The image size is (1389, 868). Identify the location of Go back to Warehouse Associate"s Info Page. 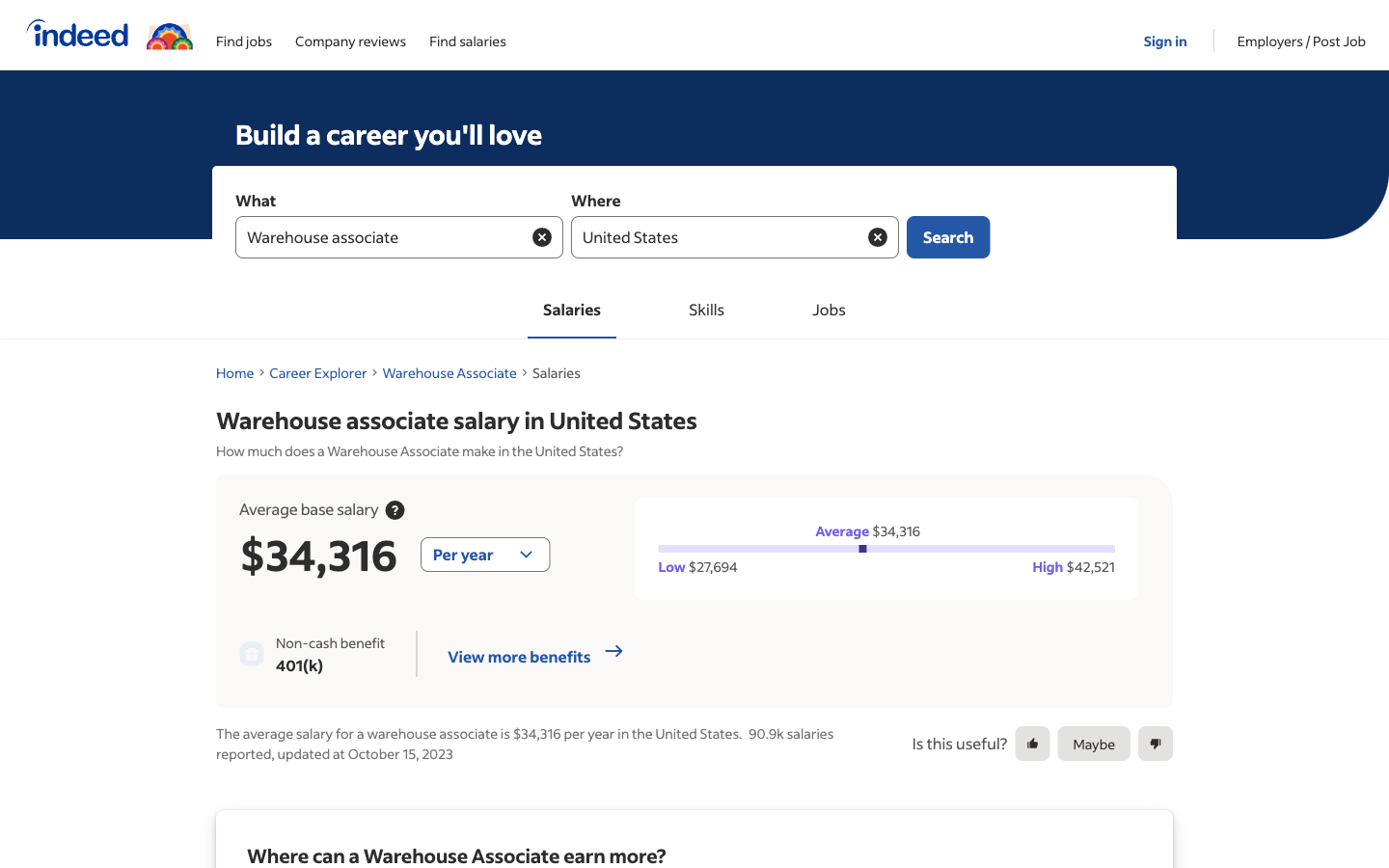
(449, 372).